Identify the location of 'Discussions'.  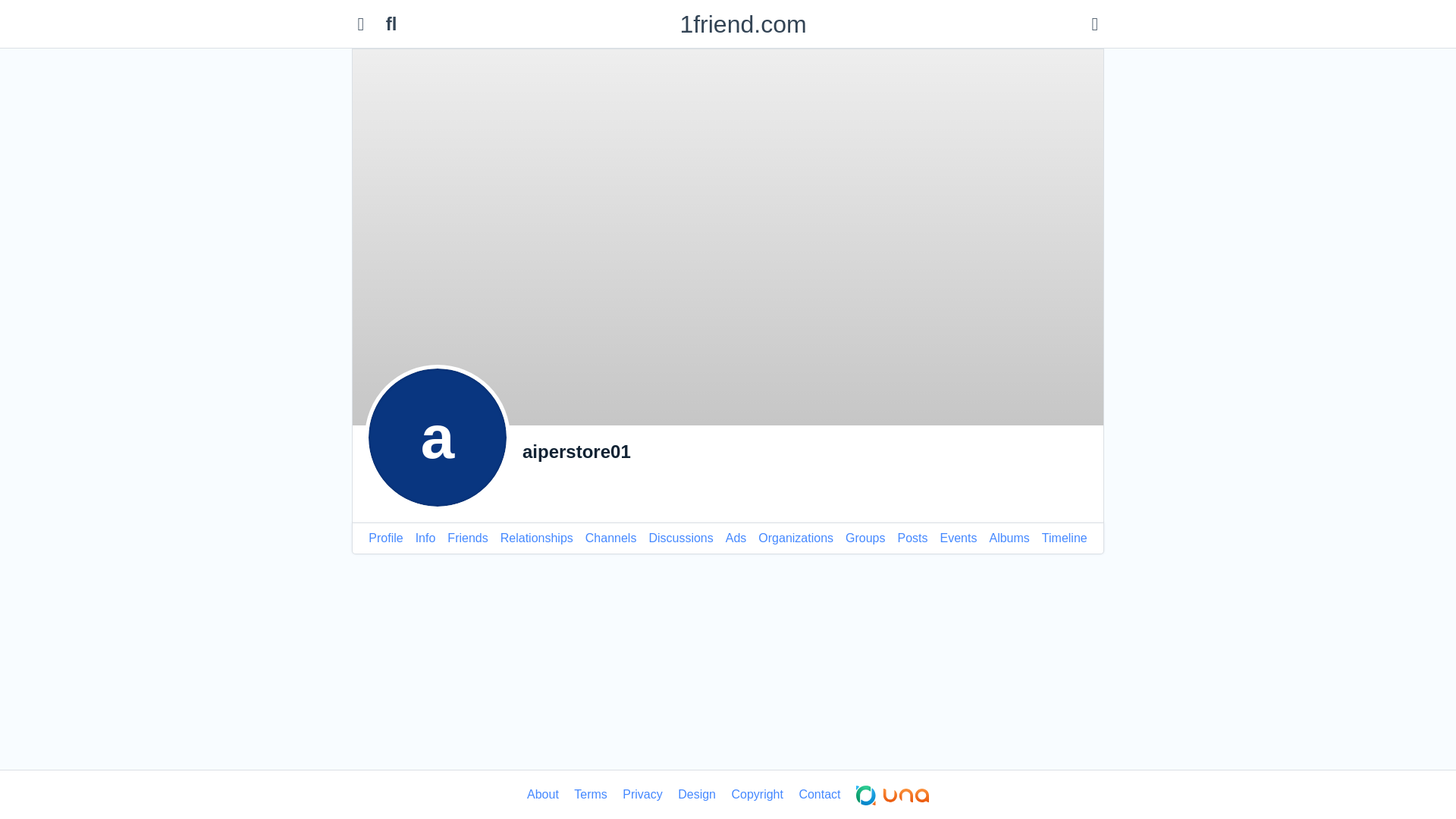
(679, 537).